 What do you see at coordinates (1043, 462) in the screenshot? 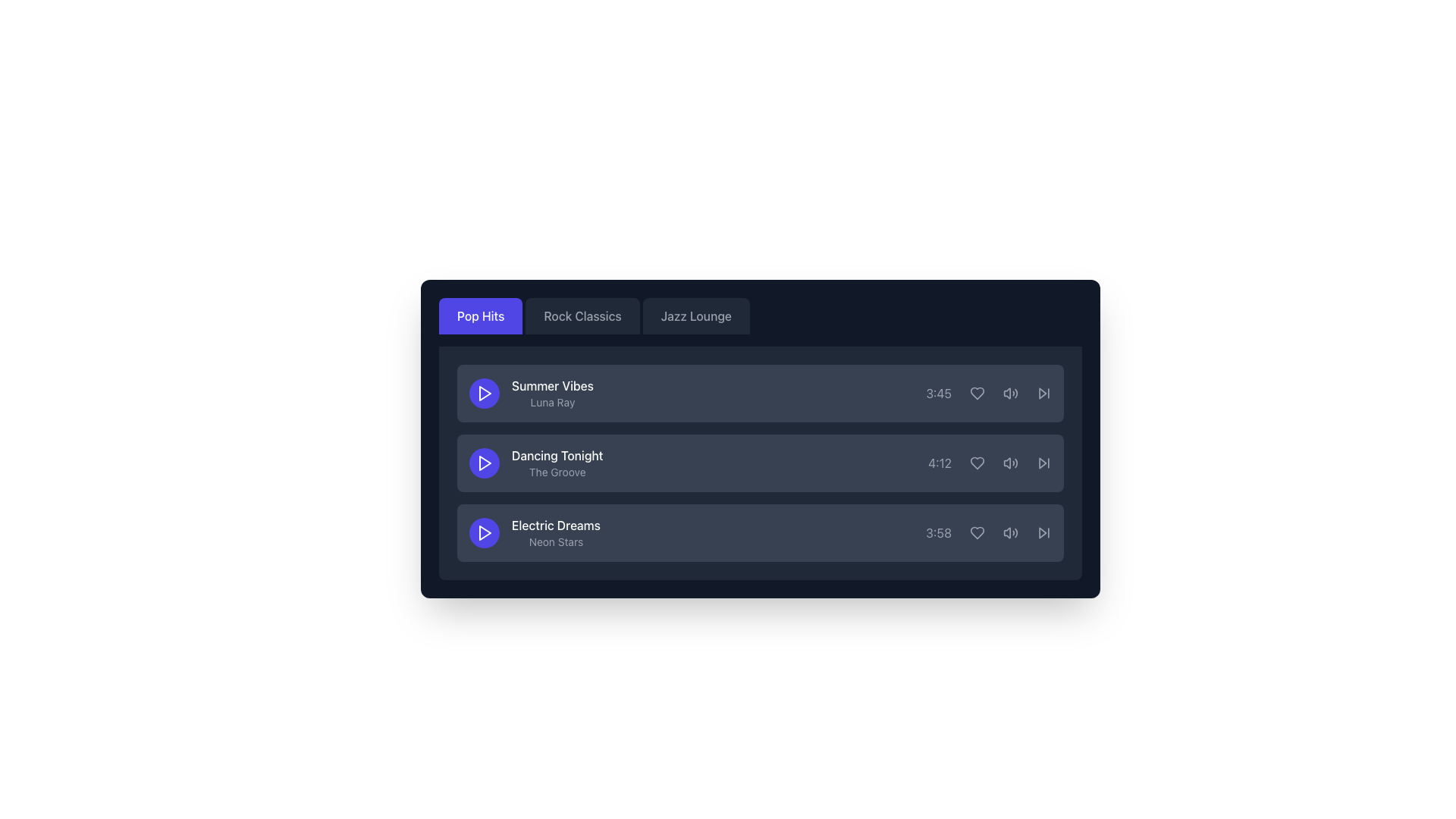
I see `the forward navigation button associated with the second song item 'Dancing Tonight'` at bounding box center [1043, 462].